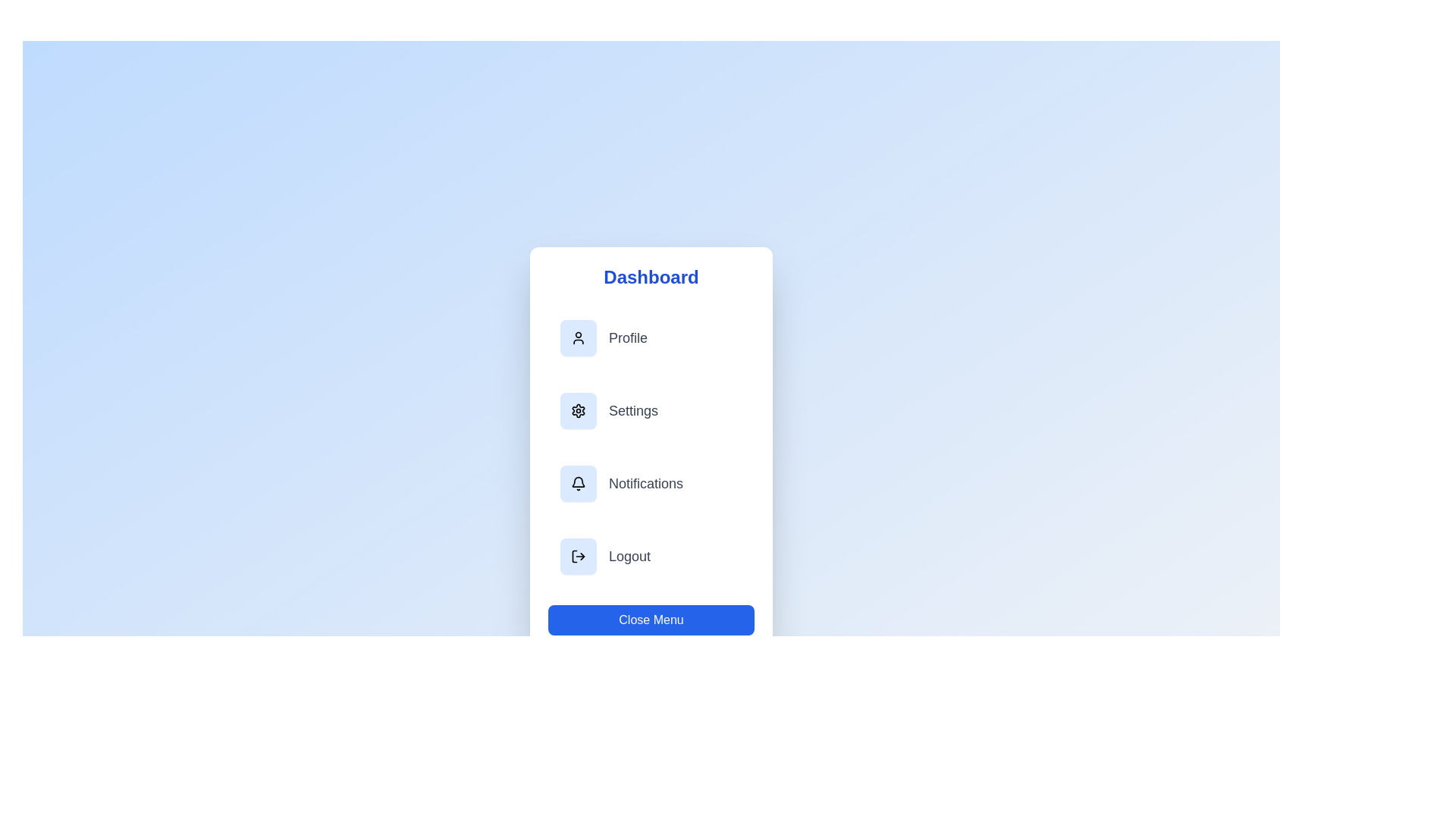 The width and height of the screenshot is (1456, 819). I want to click on the menu item Logout to observe visual feedback, so click(651, 556).